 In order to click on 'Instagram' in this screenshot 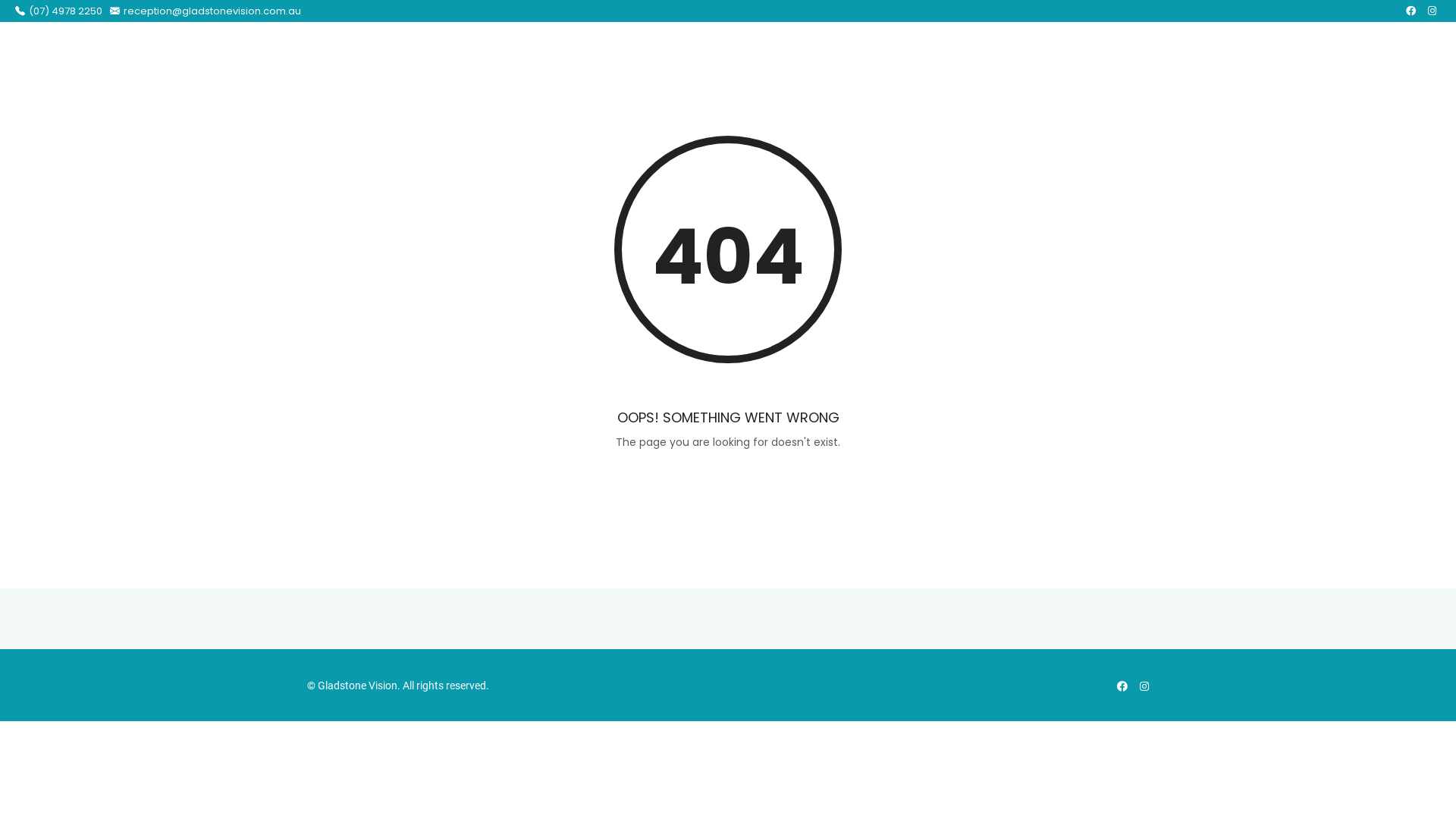, I will do `click(1144, 685)`.